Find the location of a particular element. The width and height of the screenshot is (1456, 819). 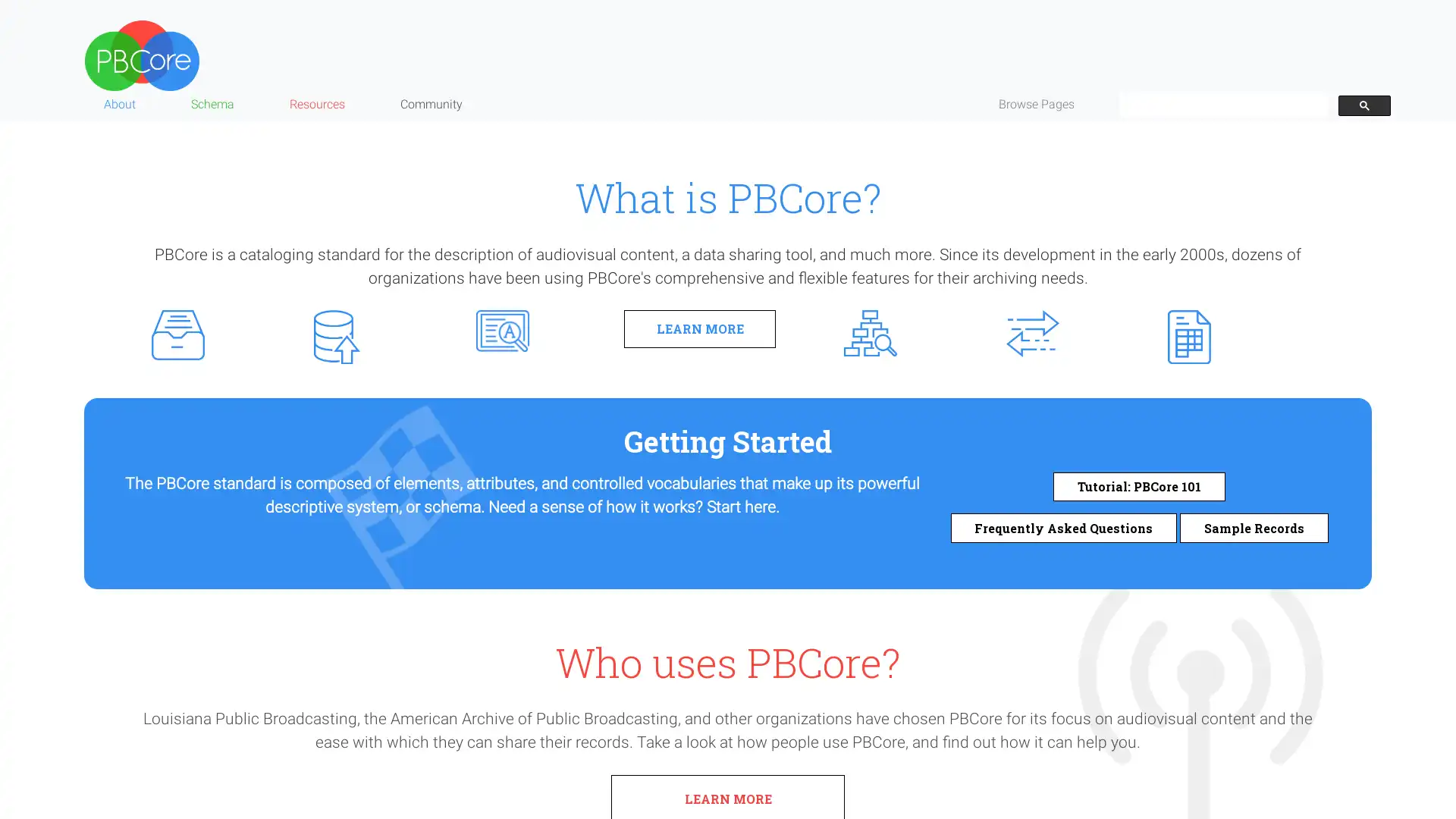

Tutorial: PBCore 101 is located at coordinates (1139, 486).